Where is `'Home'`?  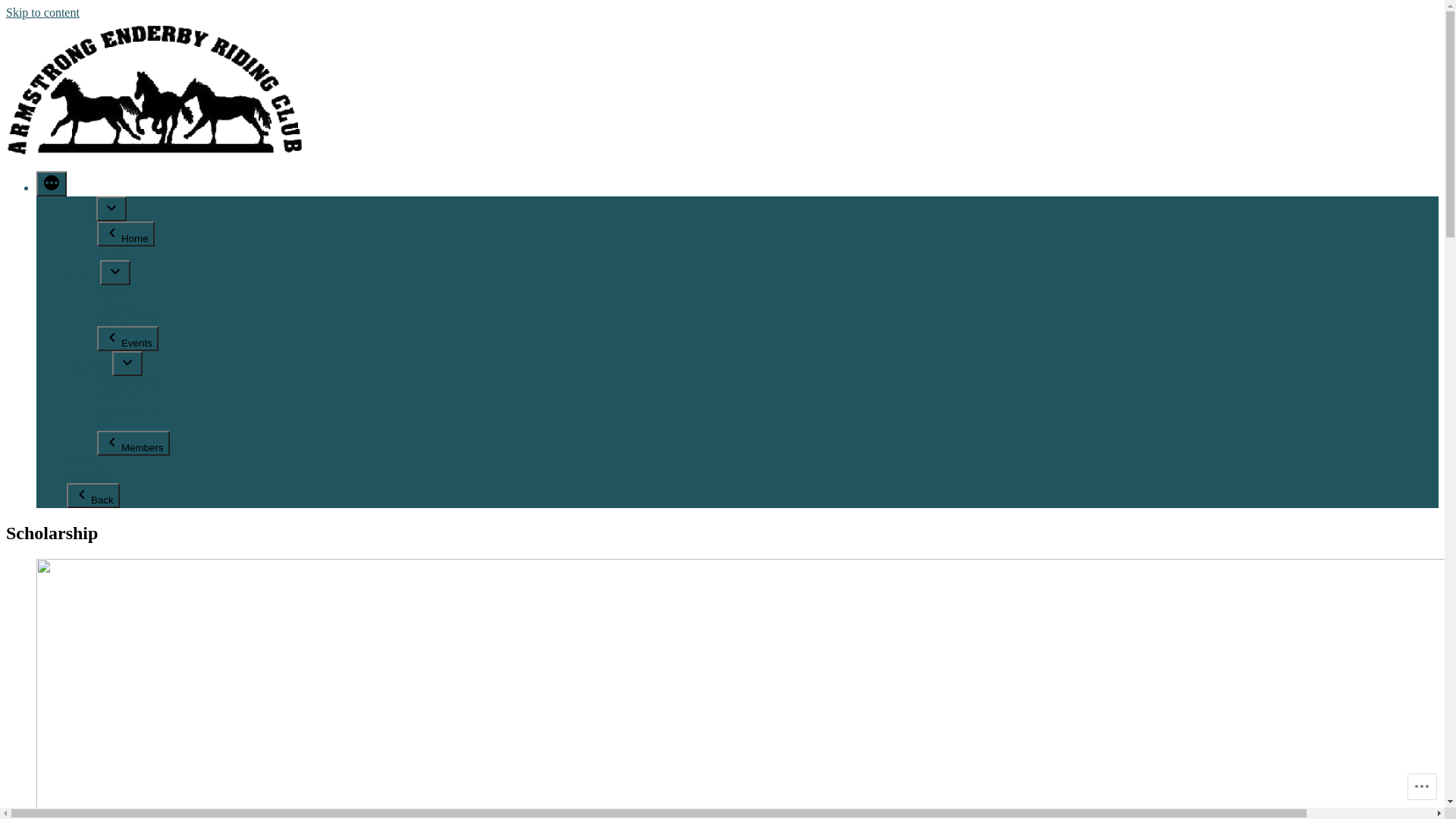
'Home' is located at coordinates (126, 234).